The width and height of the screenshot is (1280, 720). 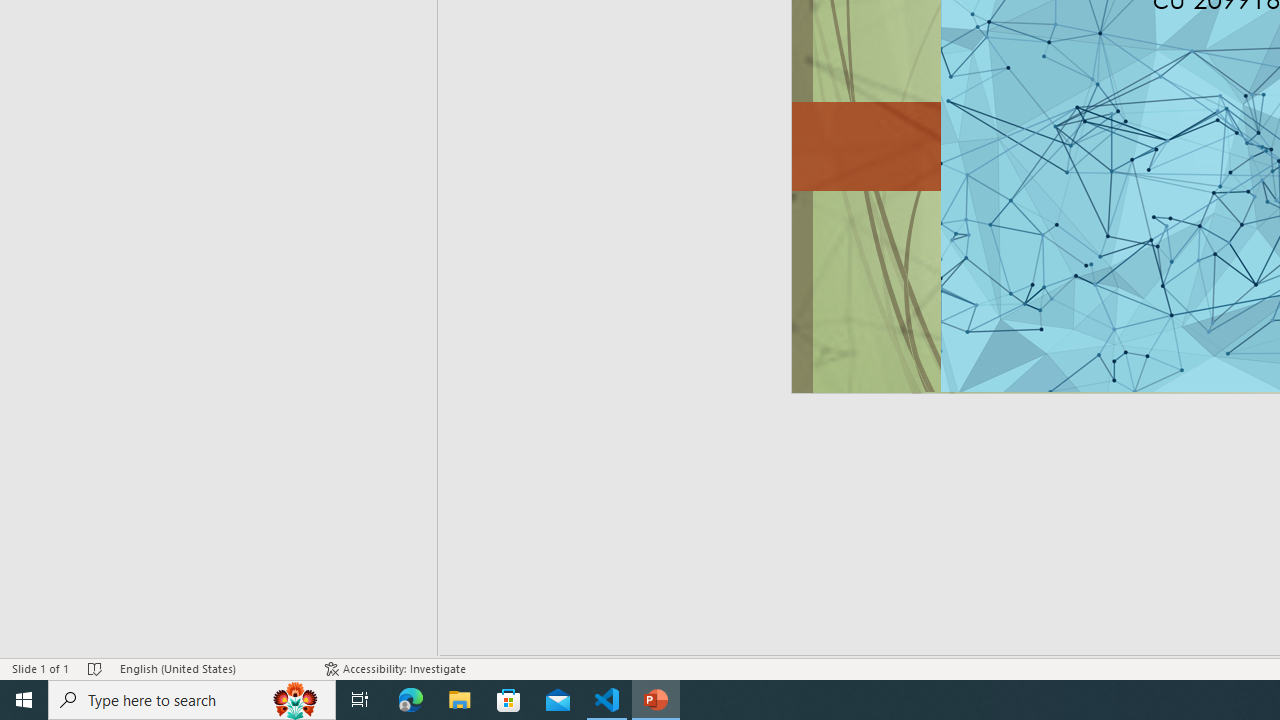 I want to click on 'Search highlights icon opens search home window', so click(x=294, y=698).